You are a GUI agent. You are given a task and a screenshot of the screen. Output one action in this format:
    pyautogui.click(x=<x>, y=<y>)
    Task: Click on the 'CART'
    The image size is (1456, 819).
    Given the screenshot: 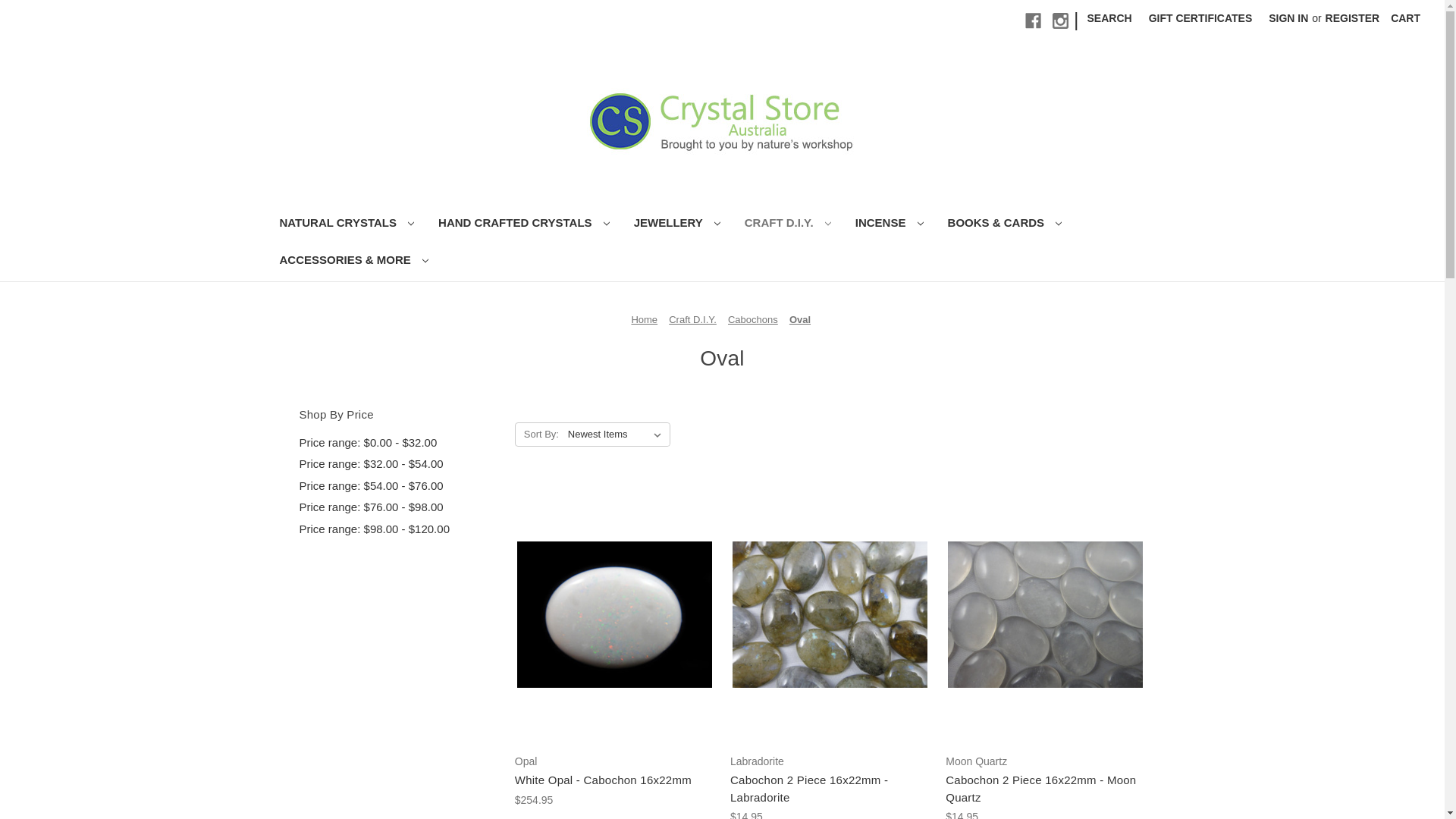 What is the action you would take?
    pyautogui.click(x=1404, y=18)
    